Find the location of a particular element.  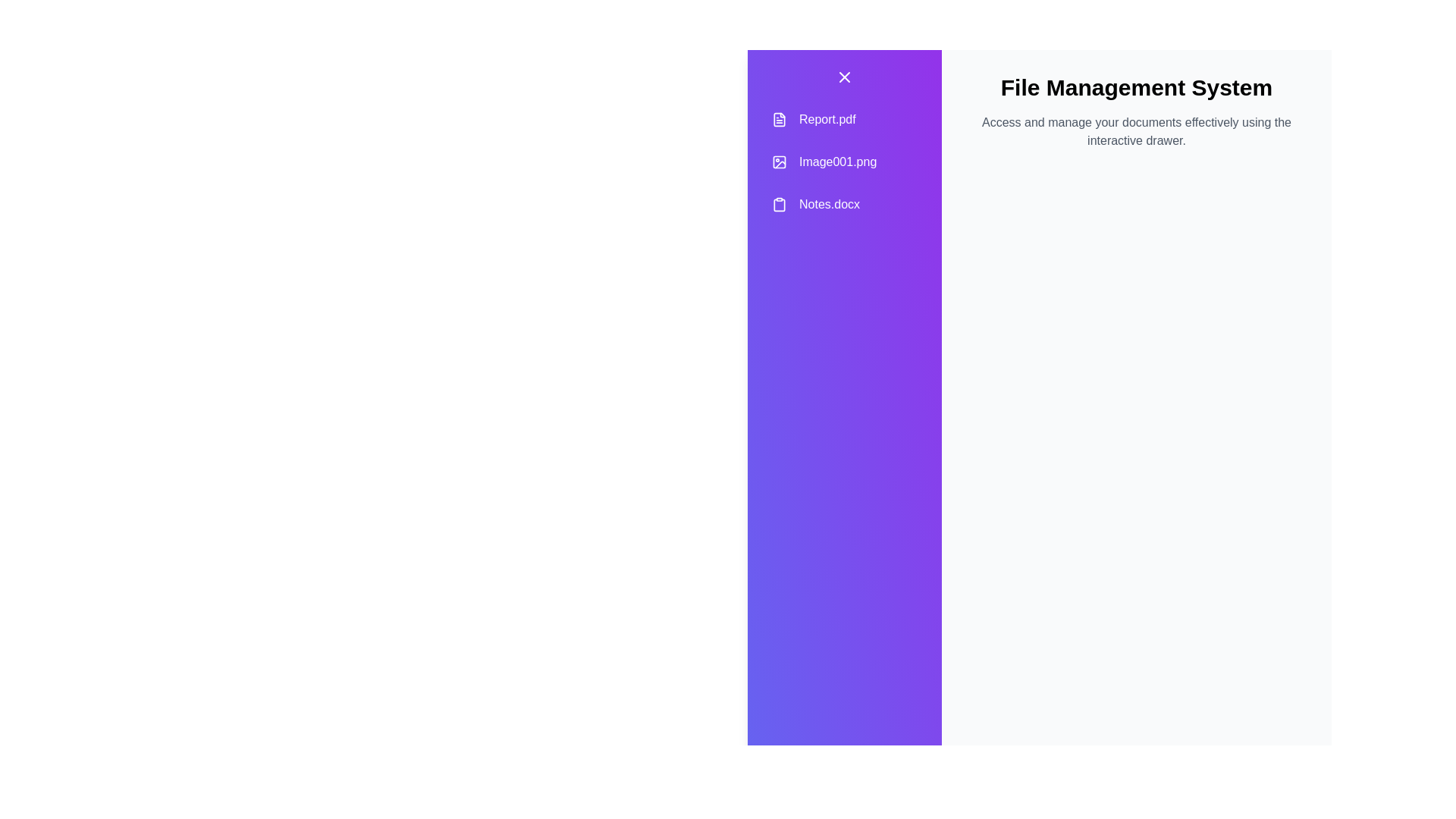

the close button to toggle the visibility of the drawer is located at coordinates (843, 77).